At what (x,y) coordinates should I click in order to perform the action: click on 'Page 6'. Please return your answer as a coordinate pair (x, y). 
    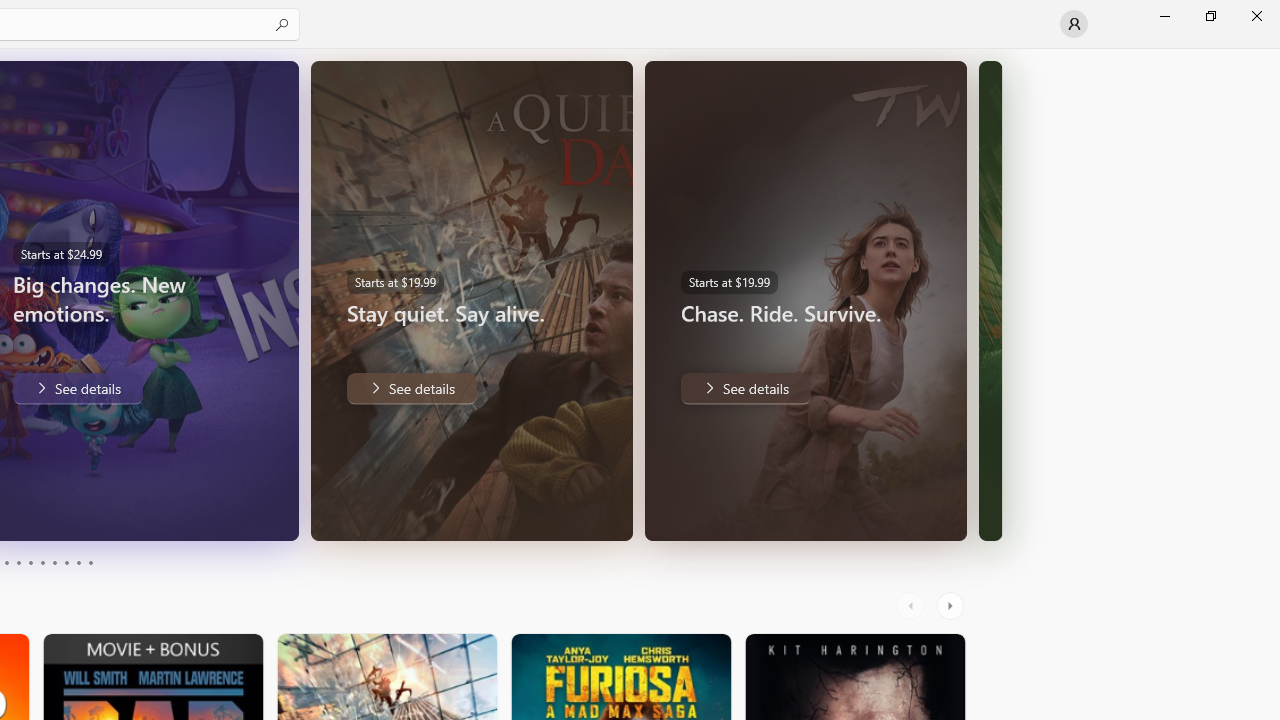
    Looking at the image, I should click on (42, 563).